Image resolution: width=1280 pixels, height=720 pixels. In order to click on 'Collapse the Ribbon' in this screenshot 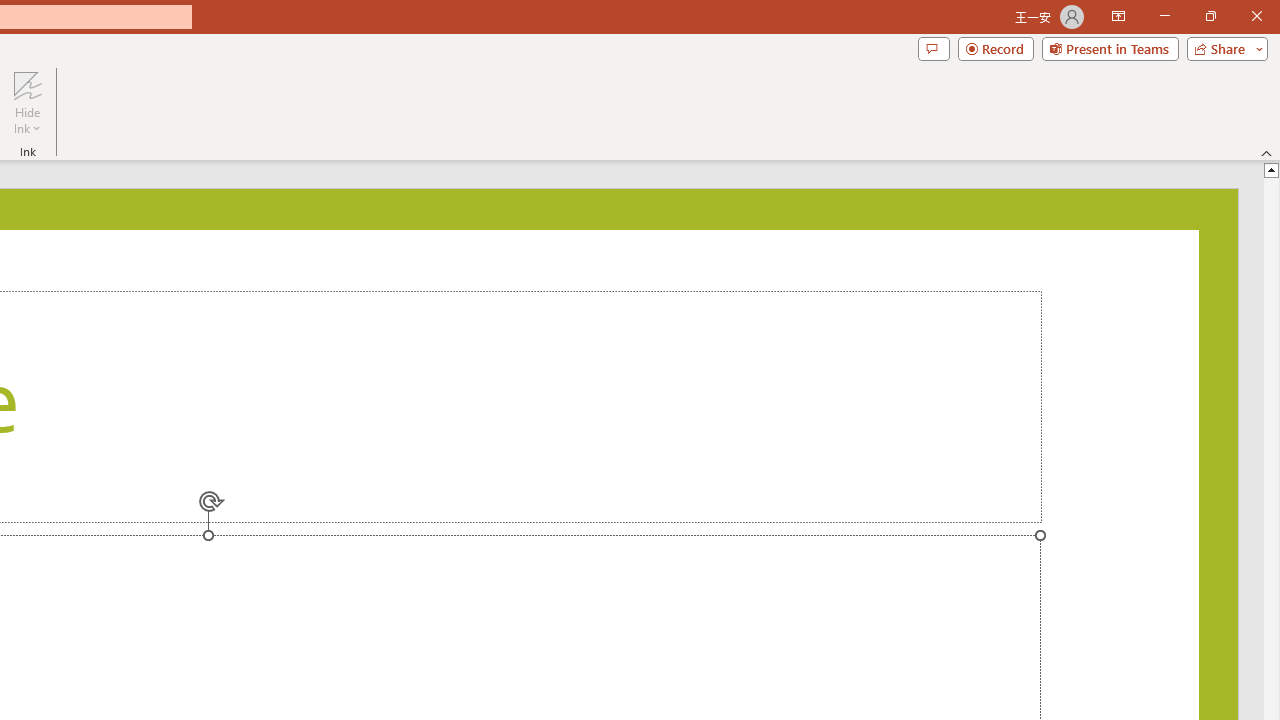, I will do `click(1266, 152)`.